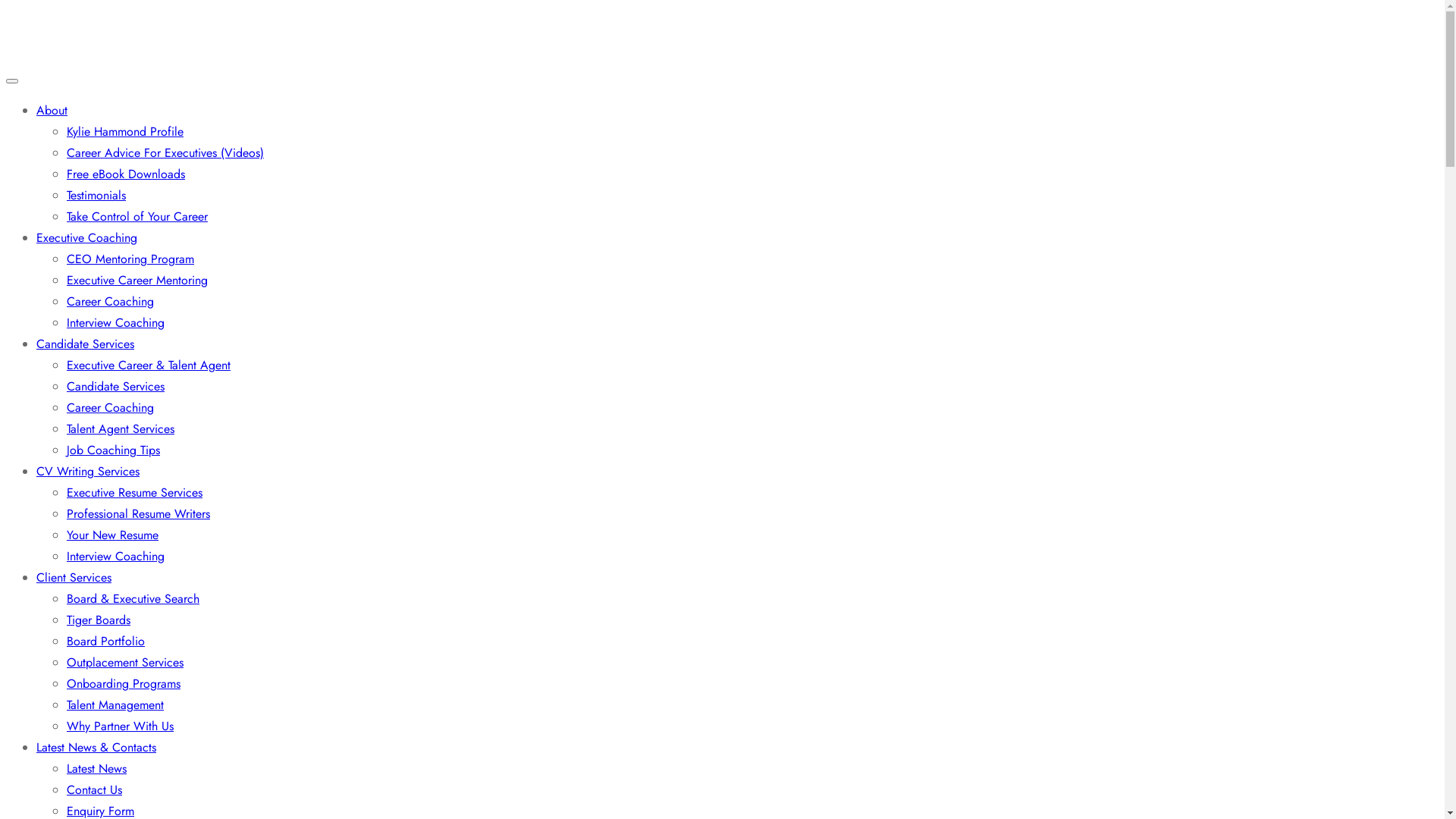 The width and height of the screenshot is (1456, 819). I want to click on 'Executive Career & Talent Agent', so click(65, 365).